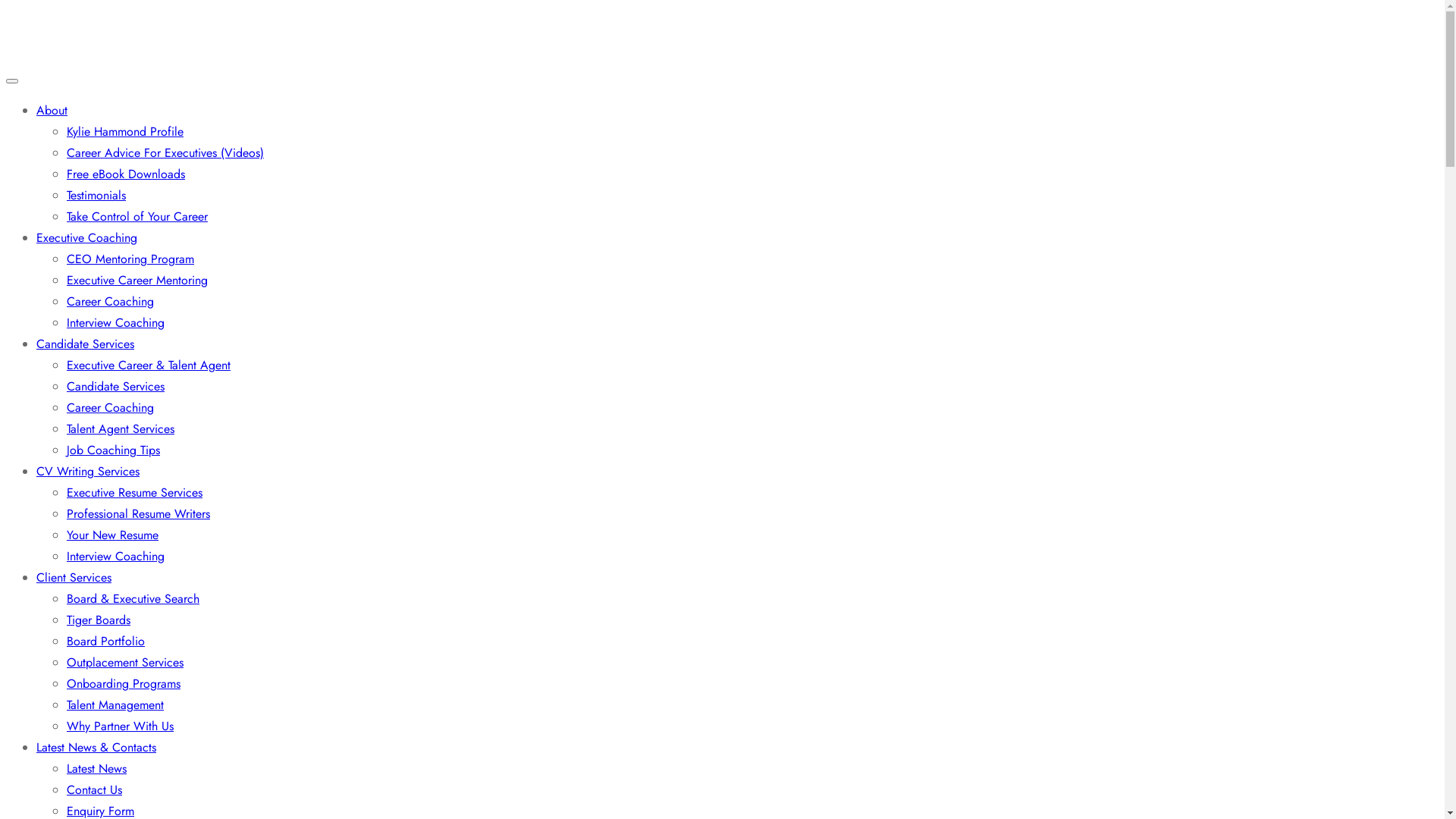 The width and height of the screenshot is (1456, 819). I want to click on 'Executive Career & Talent Agent', so click(65, 365).